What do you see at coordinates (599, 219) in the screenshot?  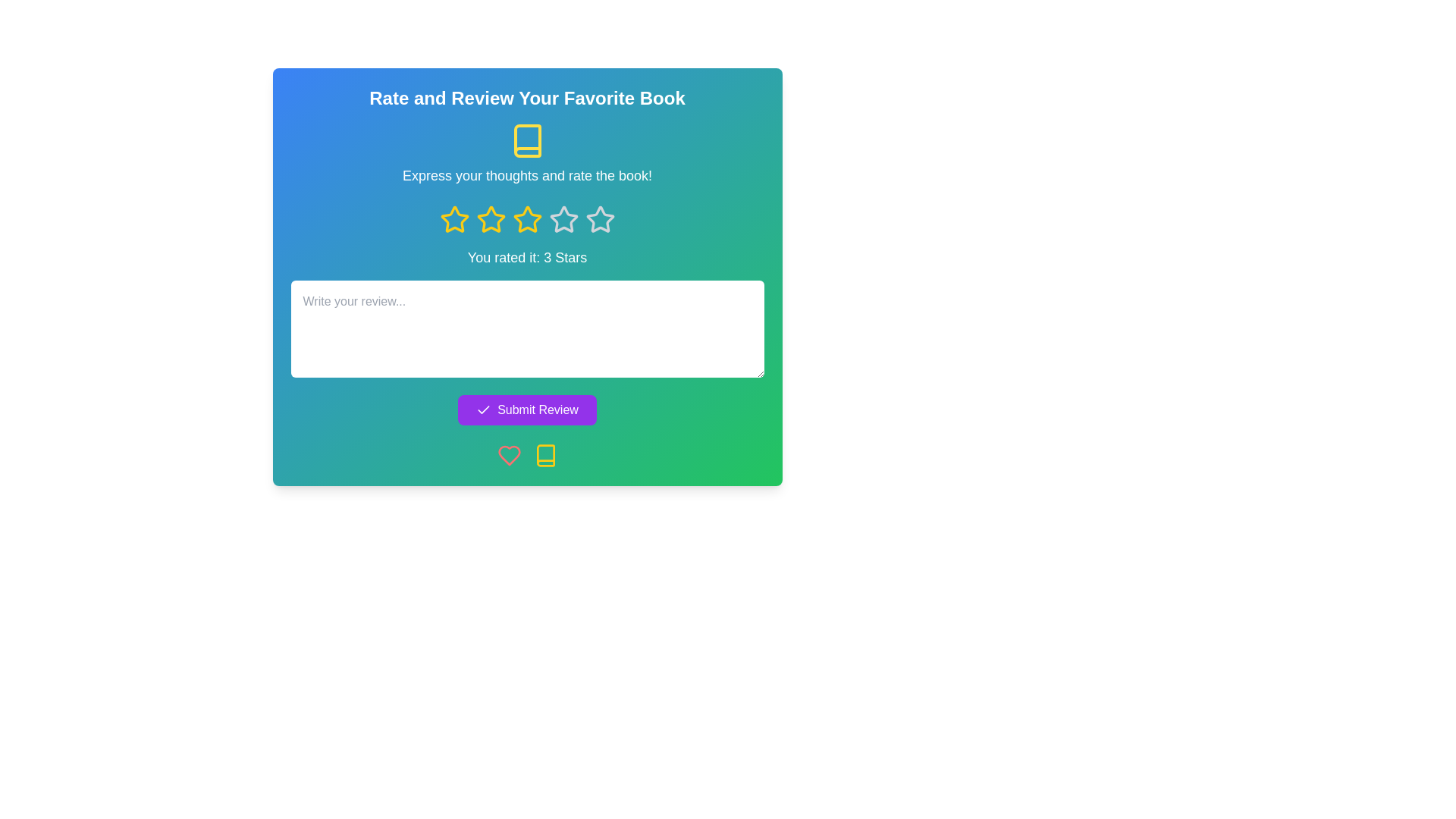 I see `the fifth star icon in the star rating system` at bounding box center [599, 219].